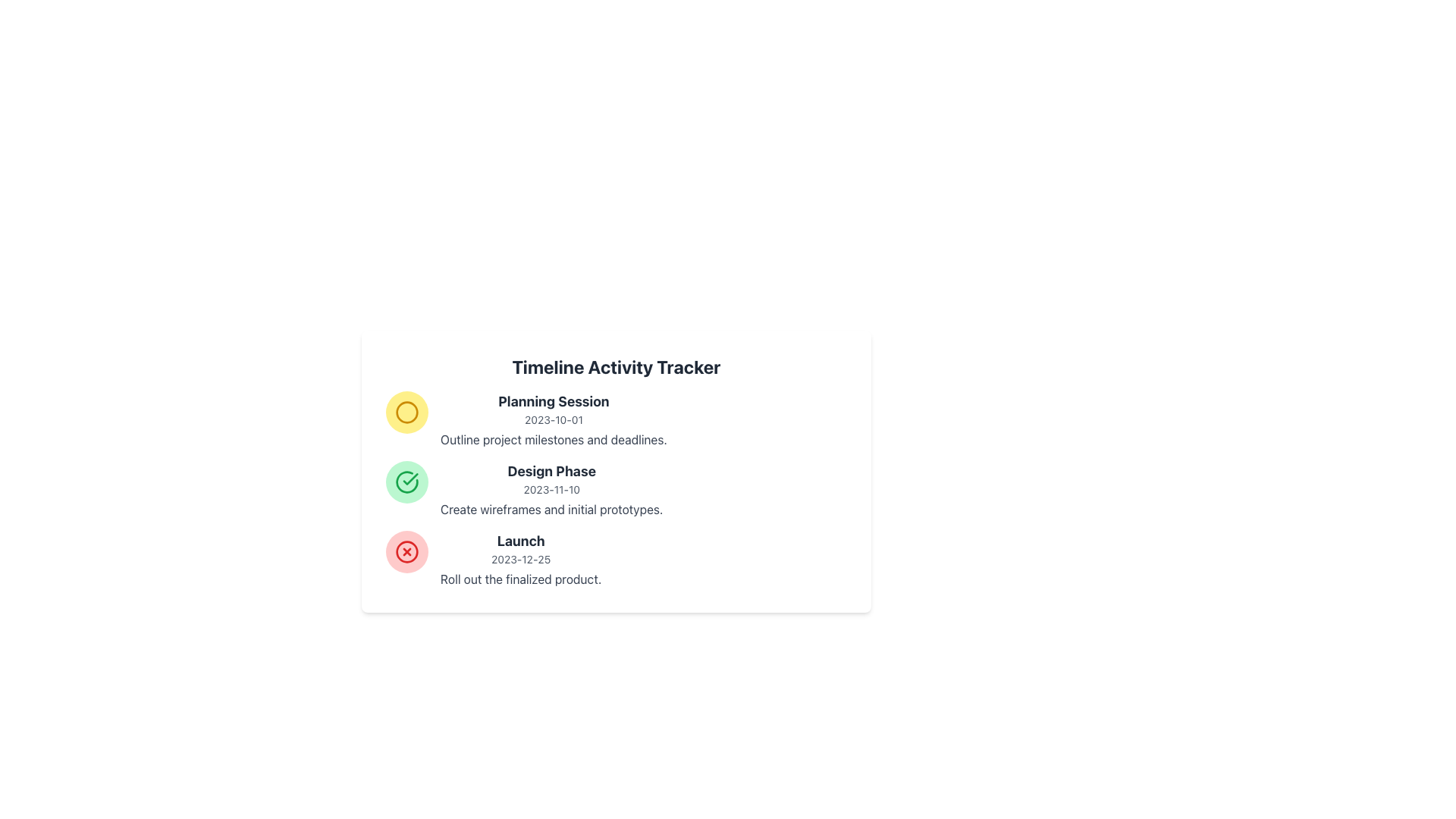  Describe the element at coordinates (616, 559) in the screenshot. I see `to select the 'Launch' phase task in the timeline tracker, which is the third item in the vertically stacked list` at that location.